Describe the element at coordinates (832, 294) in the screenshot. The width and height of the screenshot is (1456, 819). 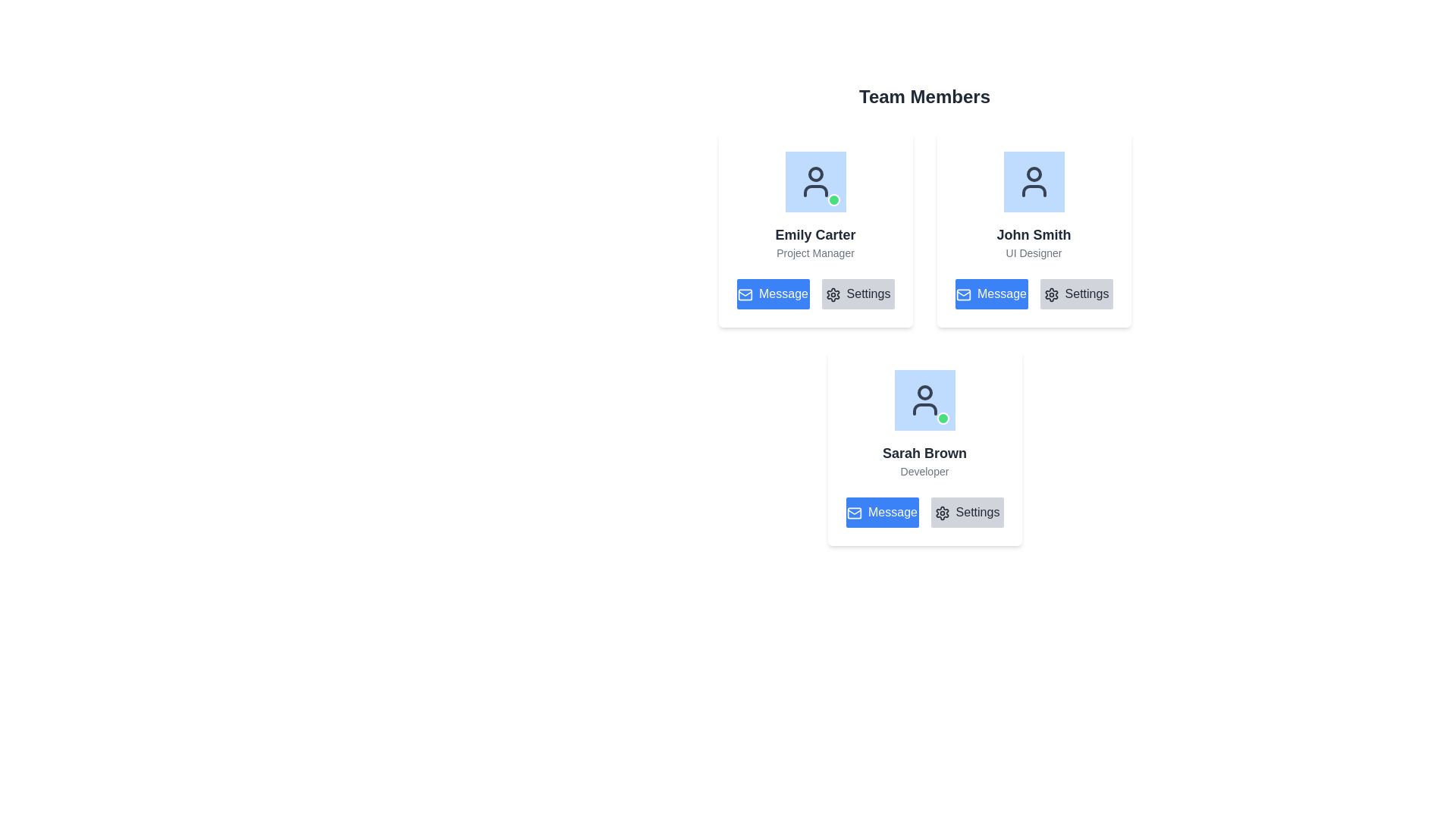
I see `the gear icon in the 'Settings' button located below the 'John Smith' card` at that location.